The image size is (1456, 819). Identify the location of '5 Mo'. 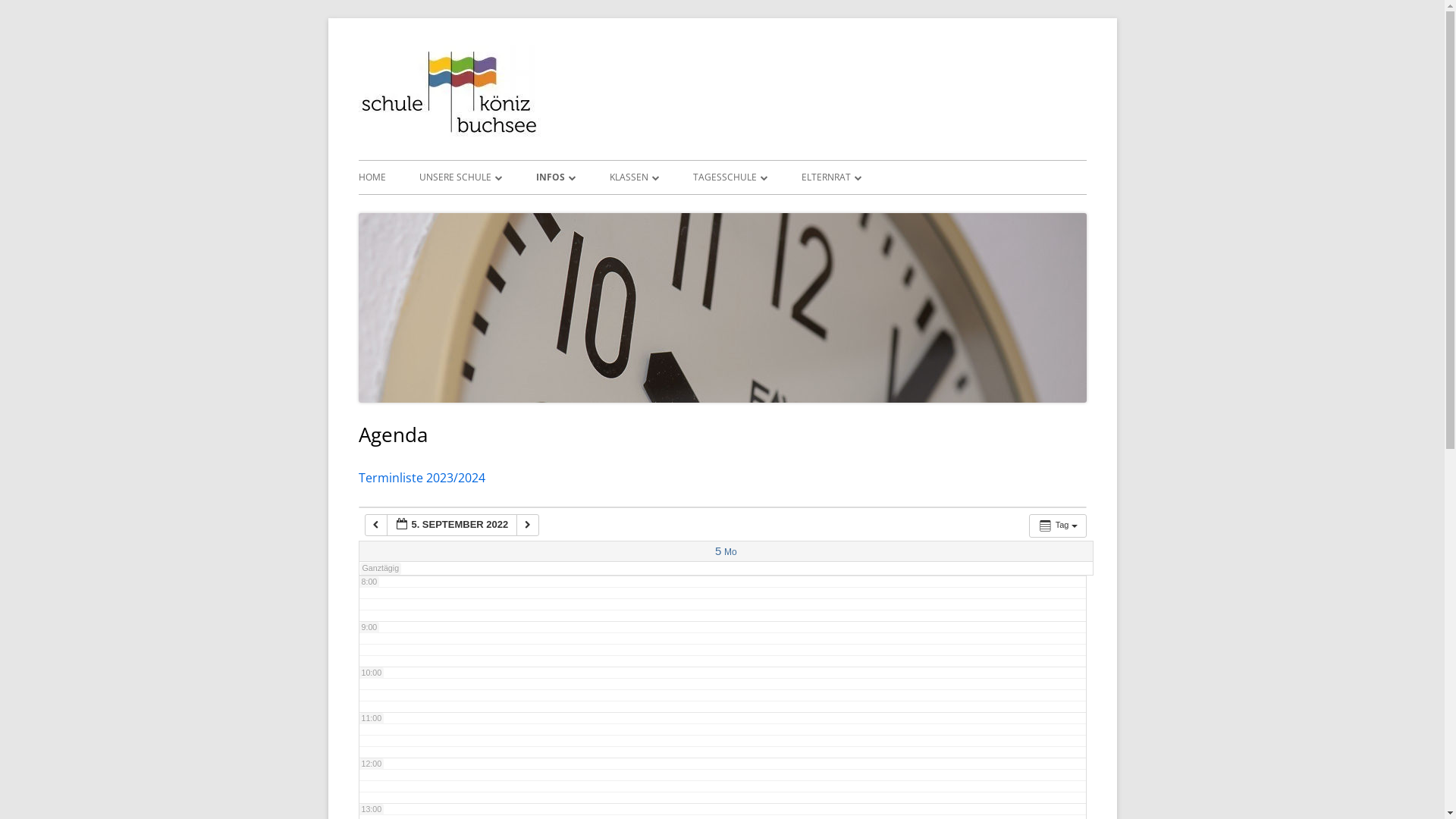
(714, 551).